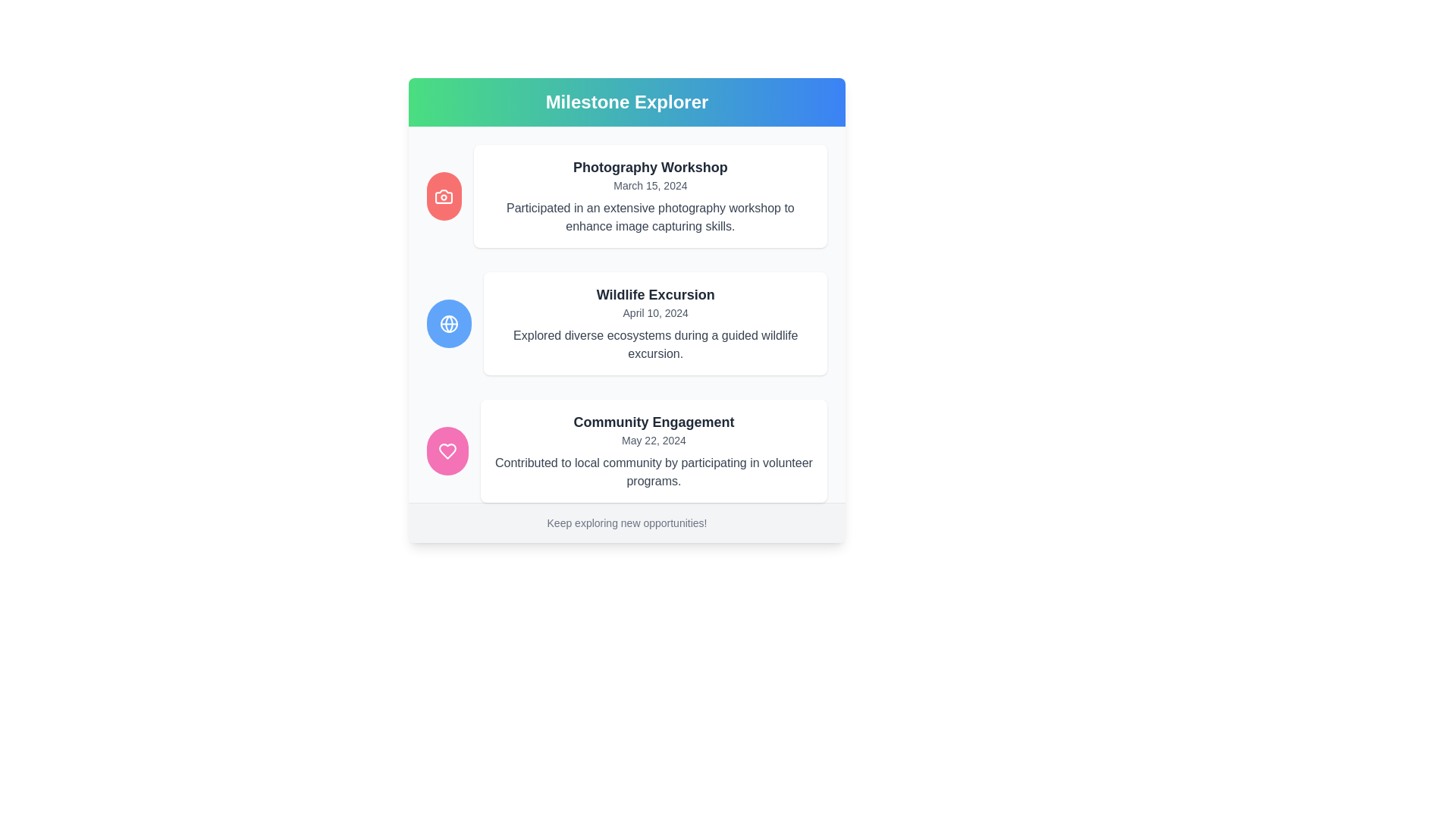 This screenshot has width=1456, height=819. Describe the element at coordinates (626, 450) in the screenshot. I see `the textual block titled 'Community Engagement' that describes volunteer programs, located at the bottom of the event list under 'Milestone Explorer'` at that location.